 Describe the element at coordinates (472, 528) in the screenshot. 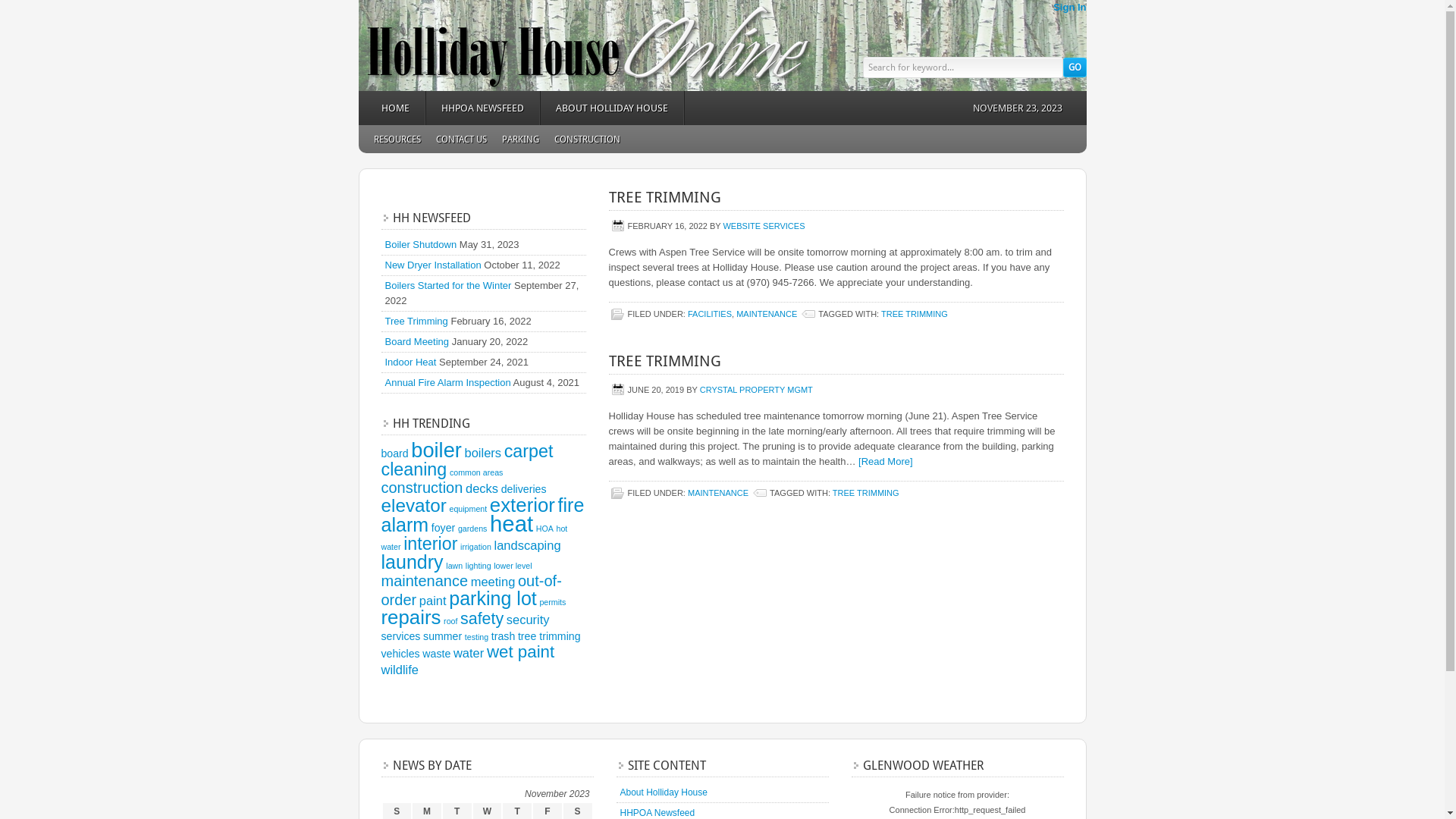

I see `'gardens'` at that location.